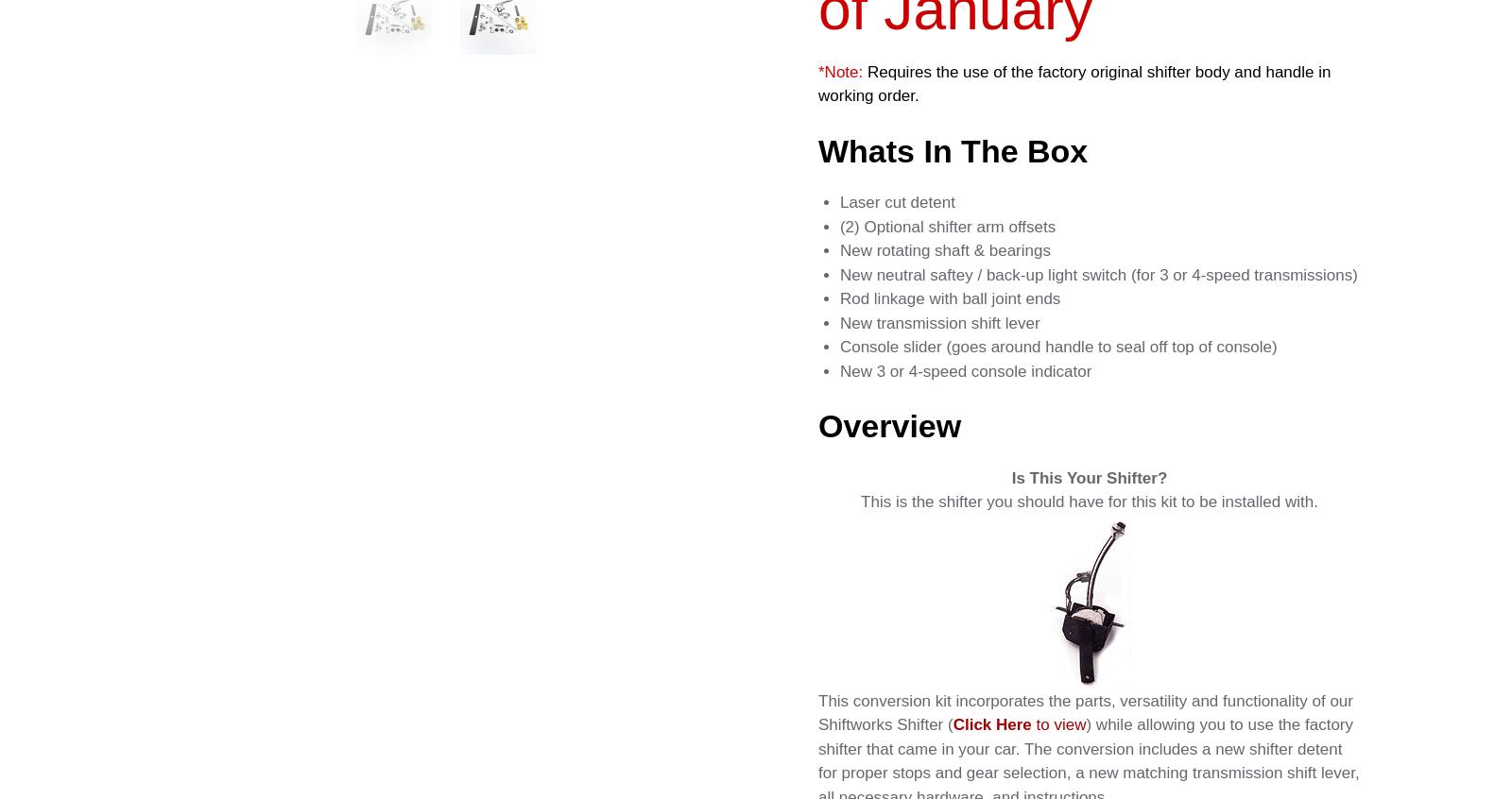 The image size is (1512, 799). What do you see at coordinates (1057, 347) in the screenshot?
I see `'Console slider (goes around handle to seal off top of console)'` at bounding box center [1057, 347].